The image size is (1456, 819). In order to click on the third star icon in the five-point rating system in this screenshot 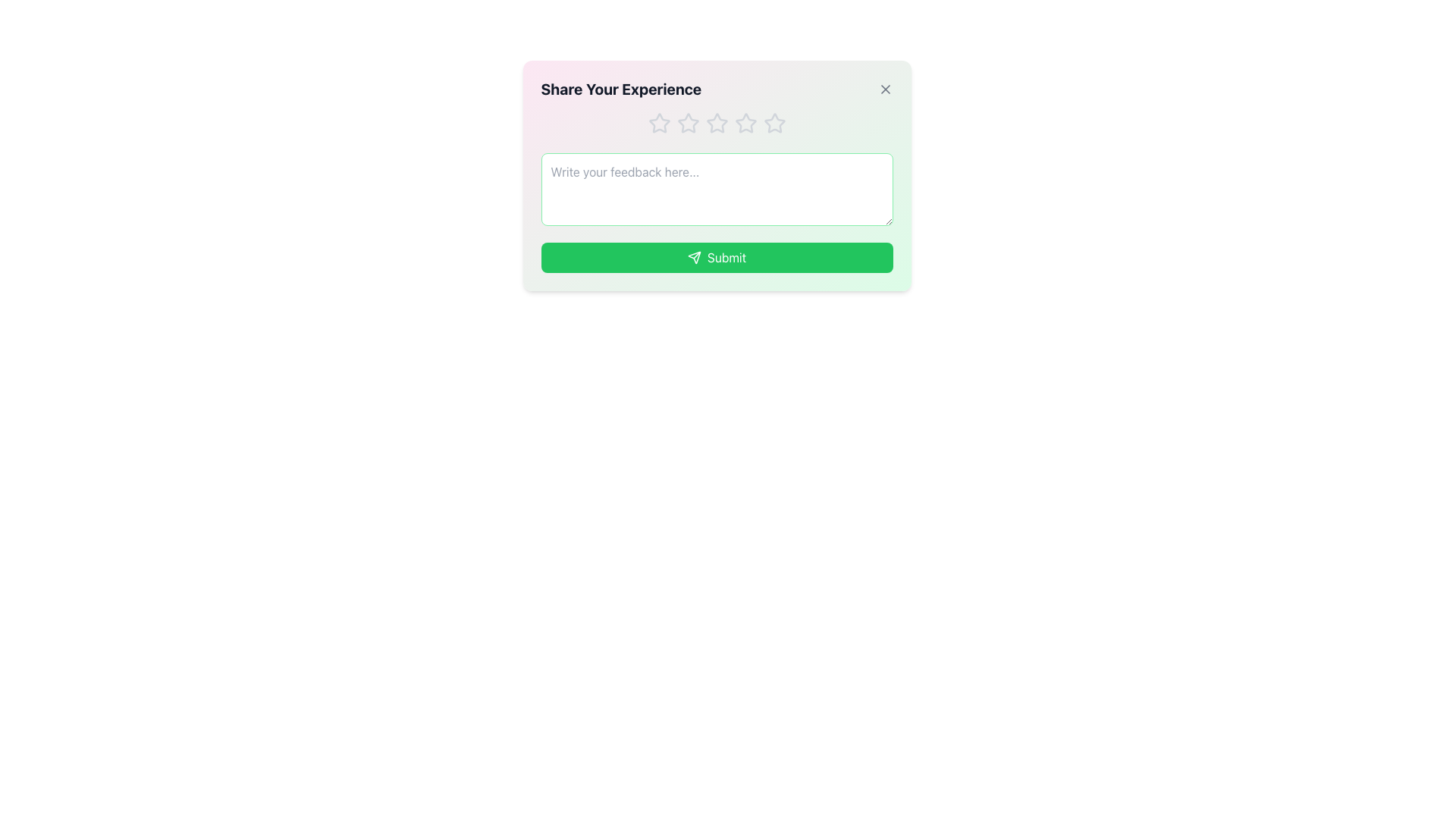, I will do `click(716, 122)`.